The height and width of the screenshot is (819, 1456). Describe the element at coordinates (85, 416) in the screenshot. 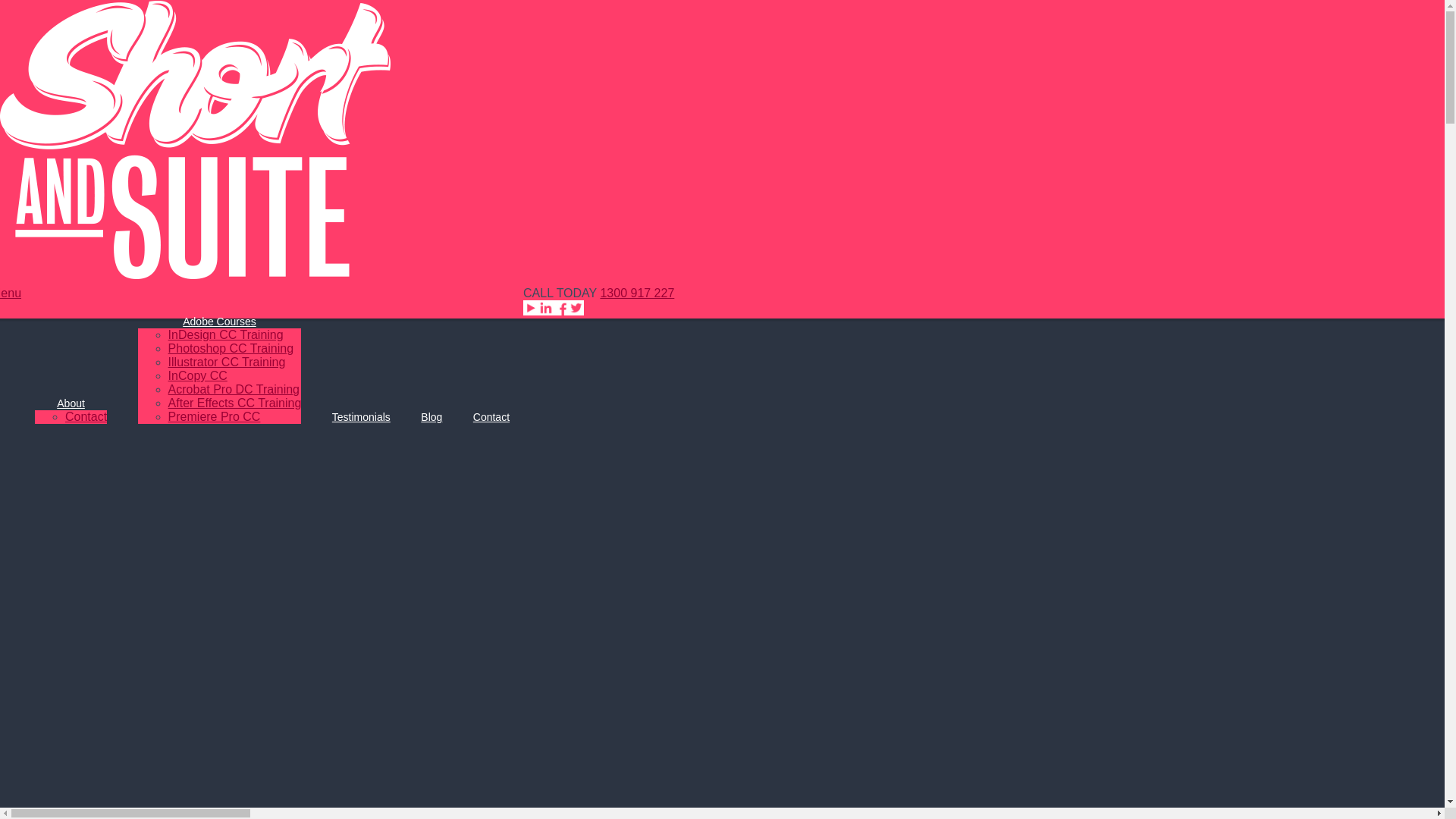

I see `'Contact'` at that location.